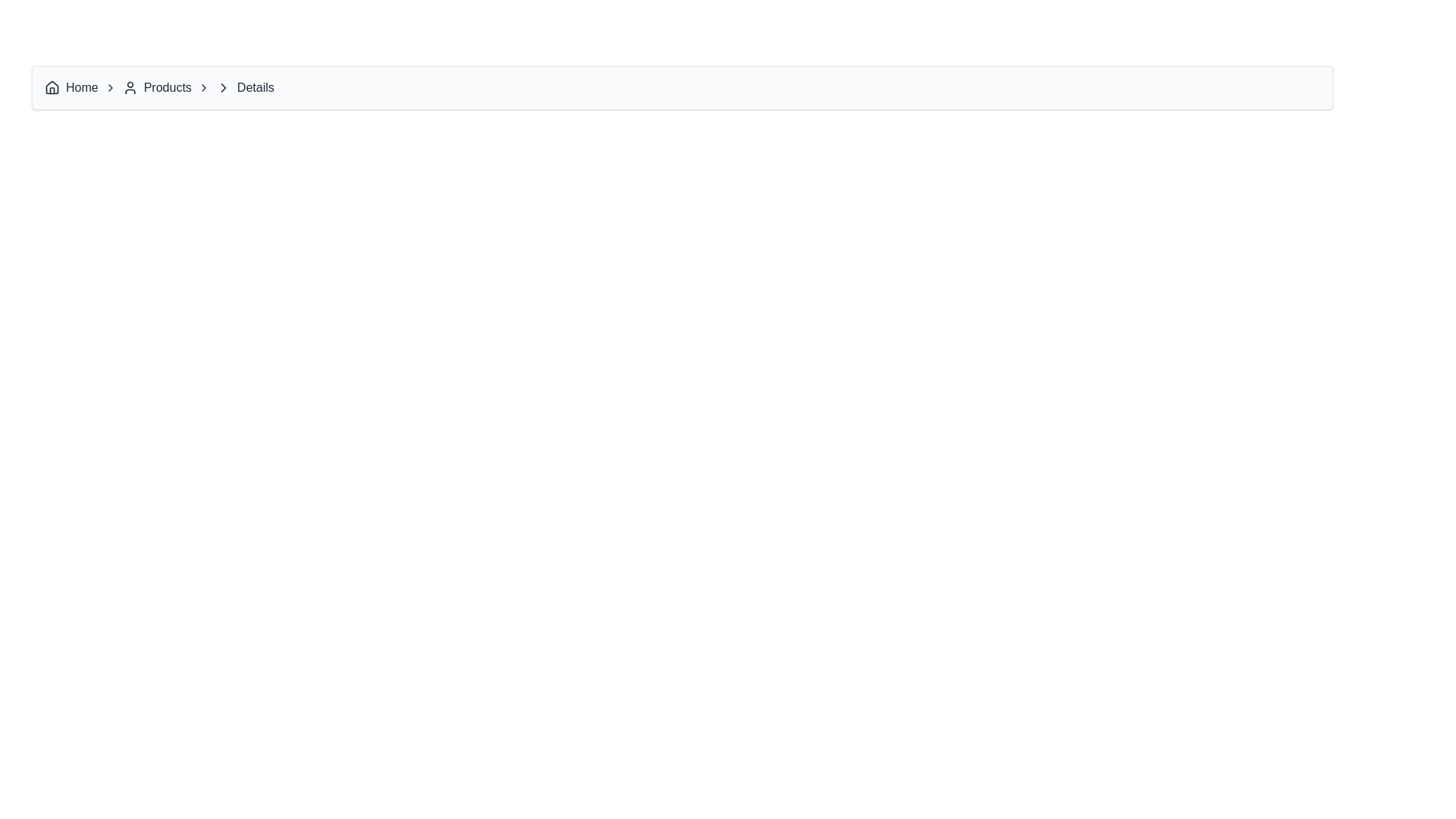 The height and width of the screenshot is (819, 1456). What do you see at coordinates (71, 87) in the screenshot?
I see `the 'Home' text link with a house icon located at the top left of the navigation menu` at bounding box center [71, 87].